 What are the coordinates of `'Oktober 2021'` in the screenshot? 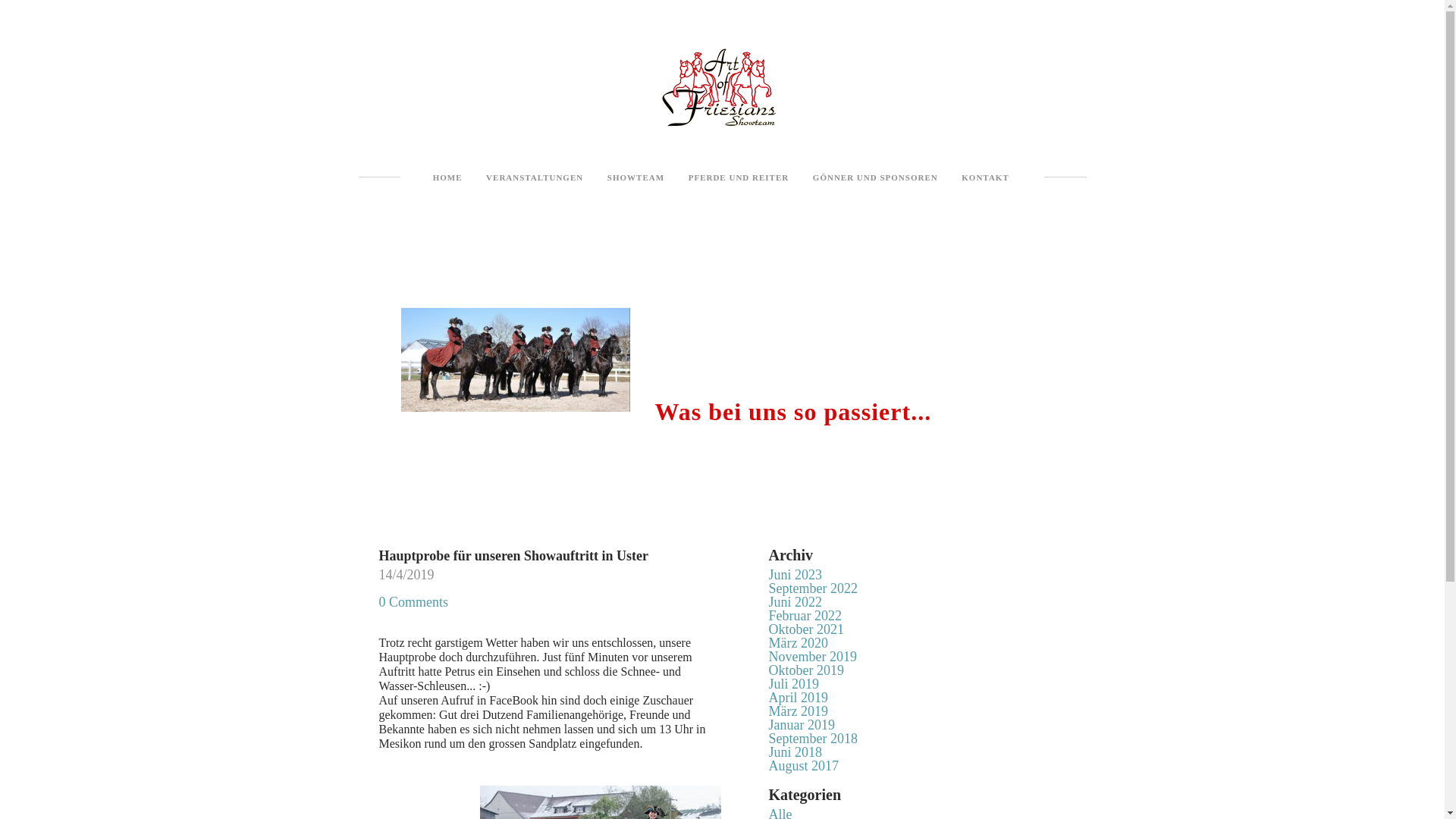 It's located at (805, 629).